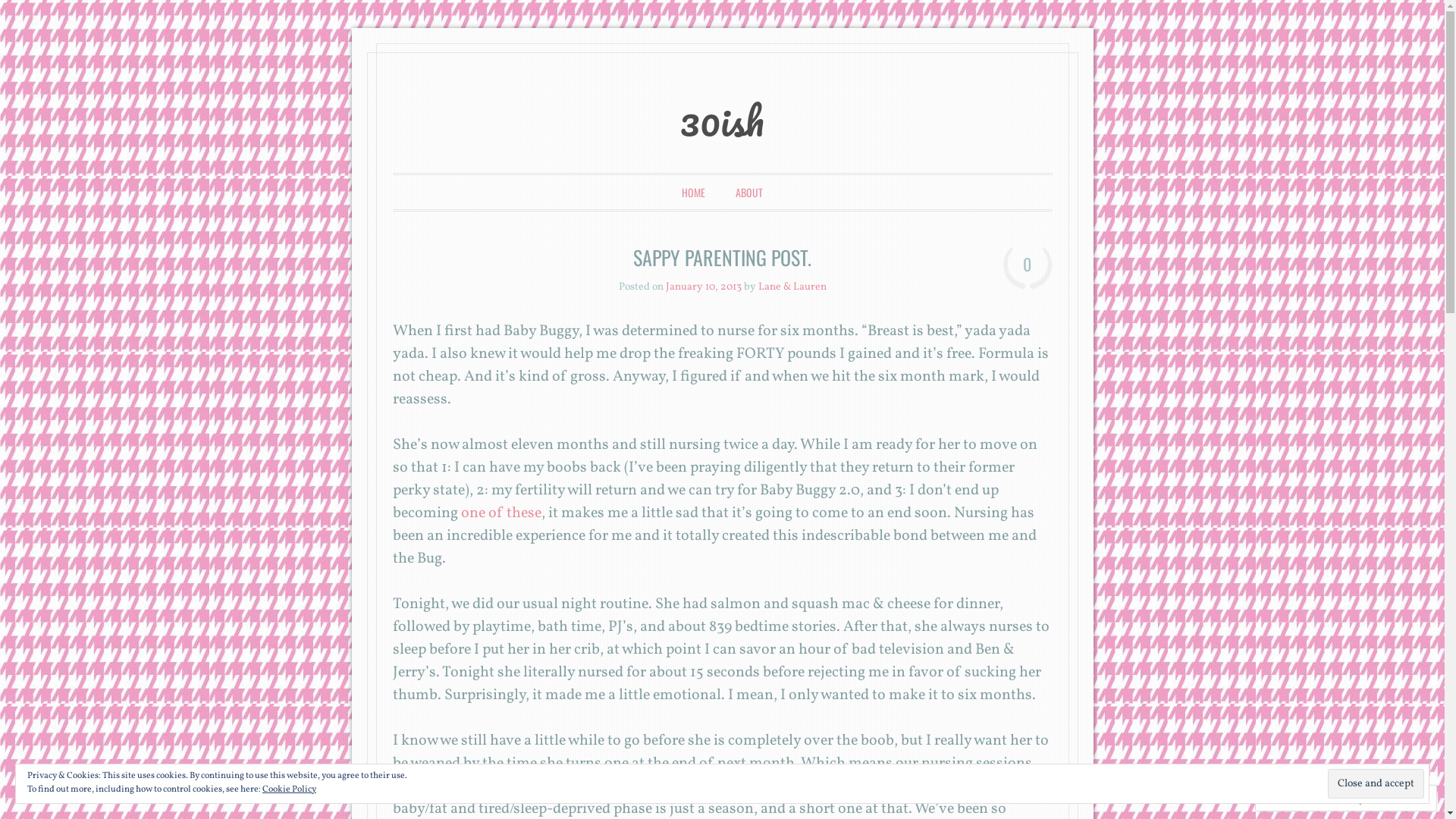 This screenshot has height=819, width=1456. Describe the element at coordinates (457, 513) in the screenshot. I see `'one of these'` at that location.